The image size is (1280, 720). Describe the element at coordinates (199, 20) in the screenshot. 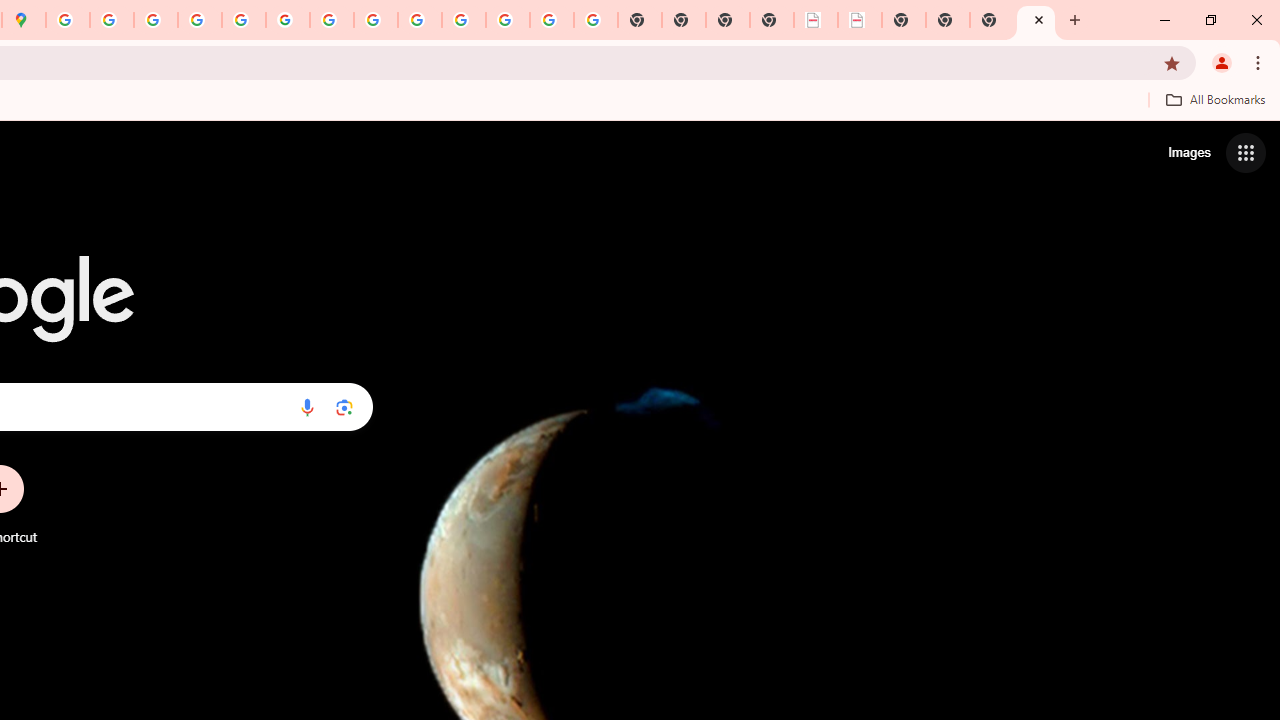

I see `'Privacy Help Center - Policies Help'` at that location.